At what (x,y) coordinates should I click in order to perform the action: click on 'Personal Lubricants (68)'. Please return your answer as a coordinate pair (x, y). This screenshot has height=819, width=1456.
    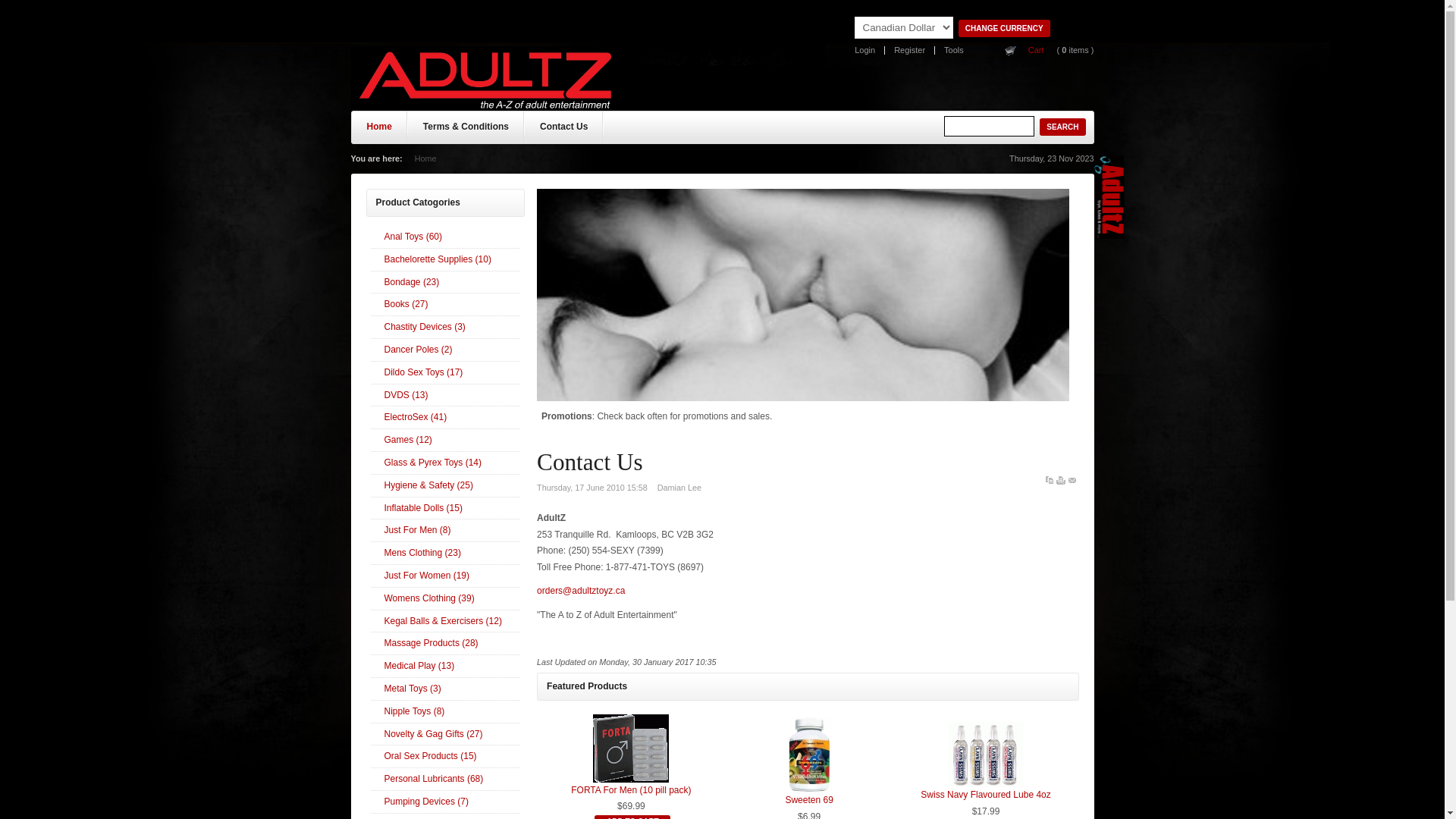
    Looking at the image, I should click on (444, 780).